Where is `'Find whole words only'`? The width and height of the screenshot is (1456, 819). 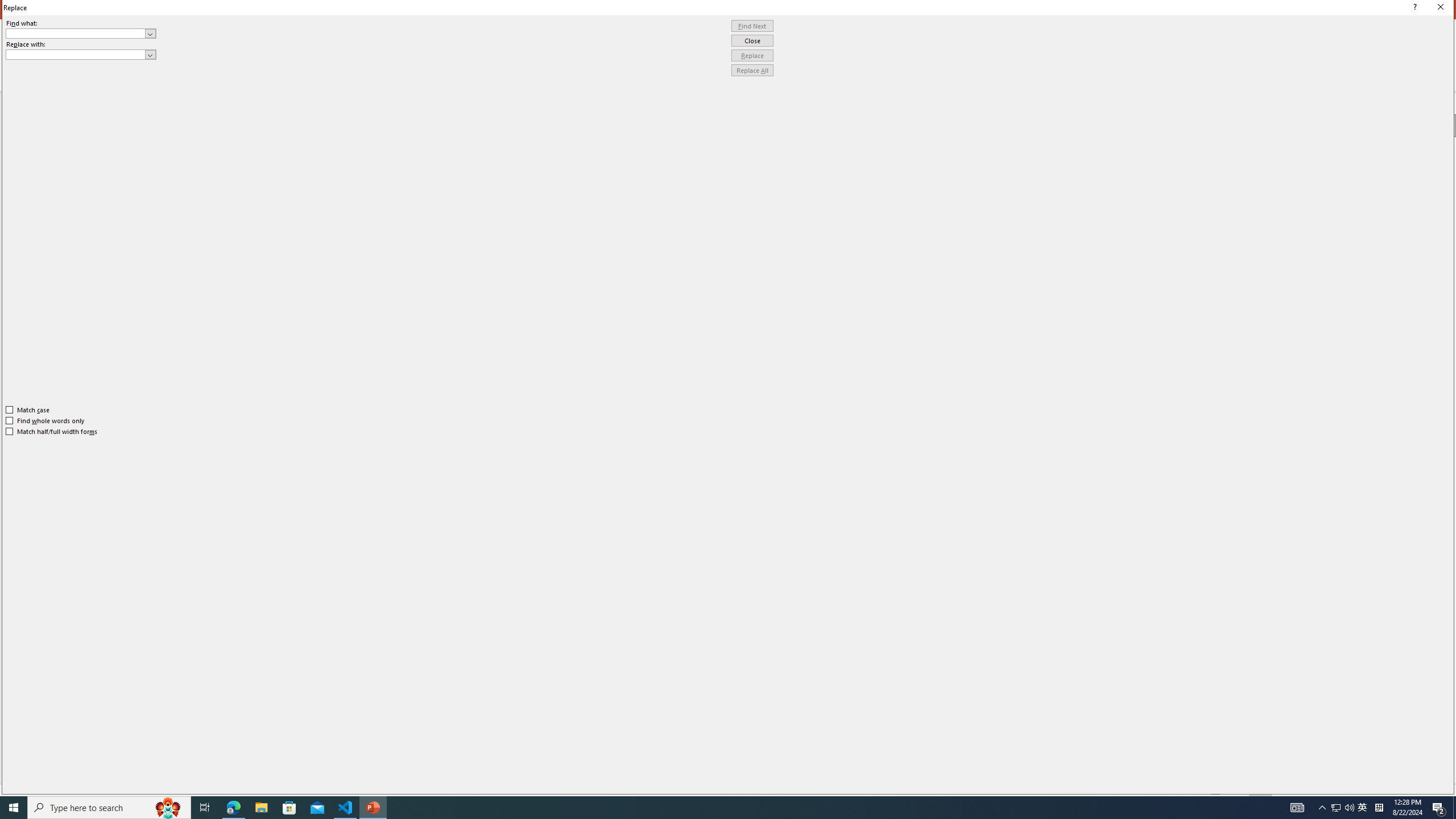 'Find whole words only' is located at coordinates (45, 420).